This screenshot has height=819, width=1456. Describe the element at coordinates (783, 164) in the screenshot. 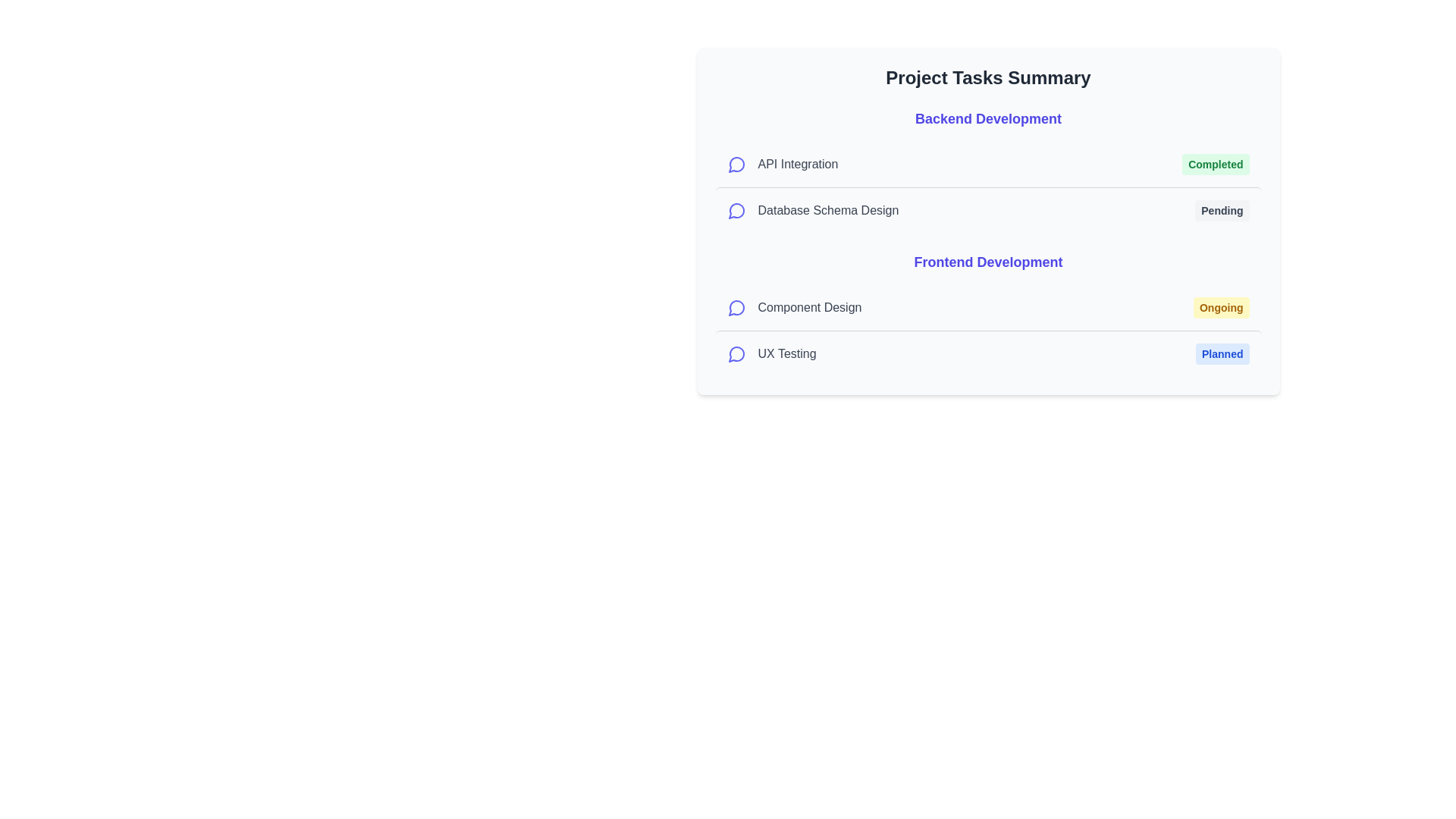

I see `the text label and icon representing the first task item in the 'Backend Development' category, which identifies a task related to backend development` at that location.